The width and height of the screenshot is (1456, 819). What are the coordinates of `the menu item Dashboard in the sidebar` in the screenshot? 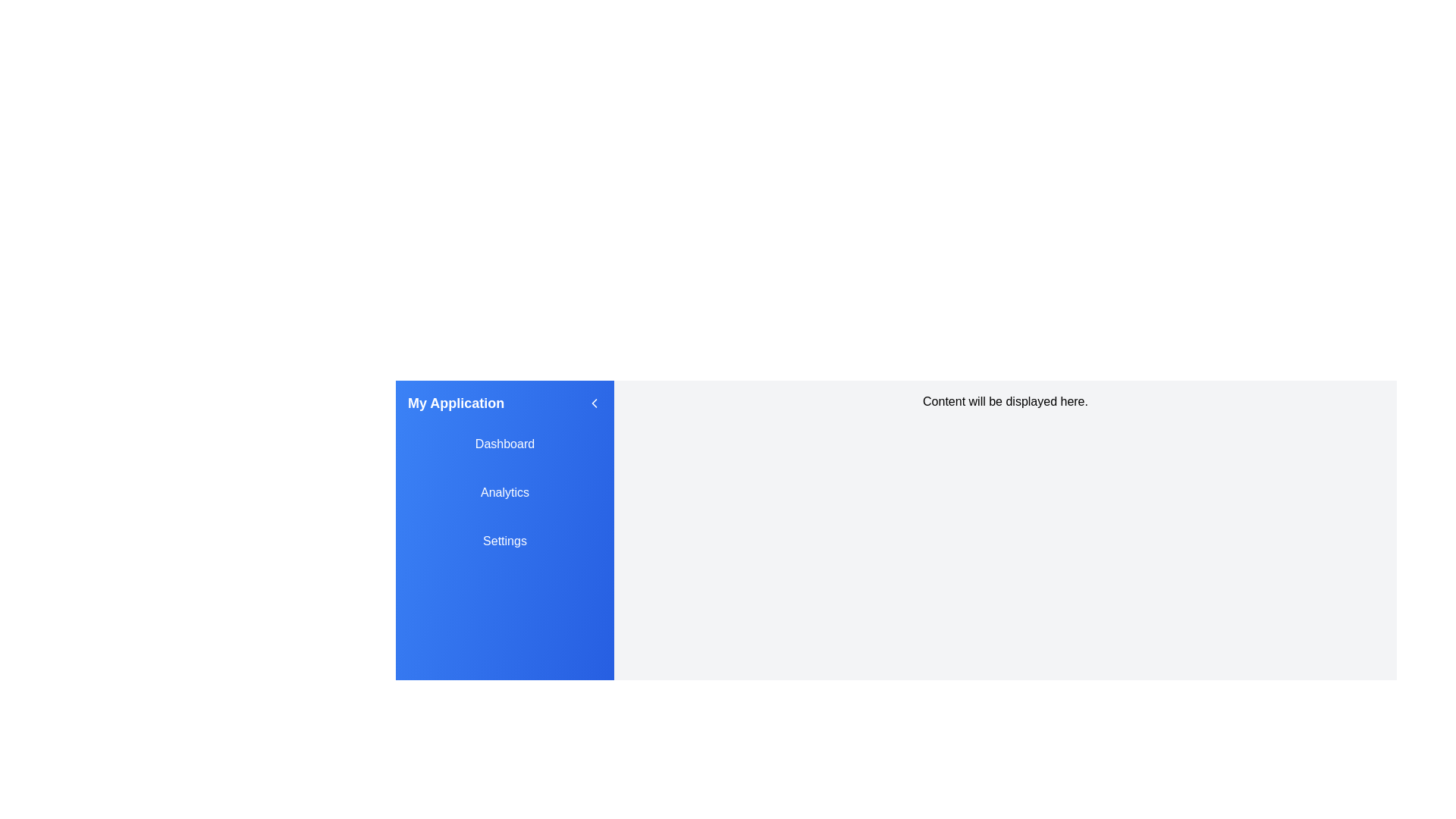 It's located at (505, 444).